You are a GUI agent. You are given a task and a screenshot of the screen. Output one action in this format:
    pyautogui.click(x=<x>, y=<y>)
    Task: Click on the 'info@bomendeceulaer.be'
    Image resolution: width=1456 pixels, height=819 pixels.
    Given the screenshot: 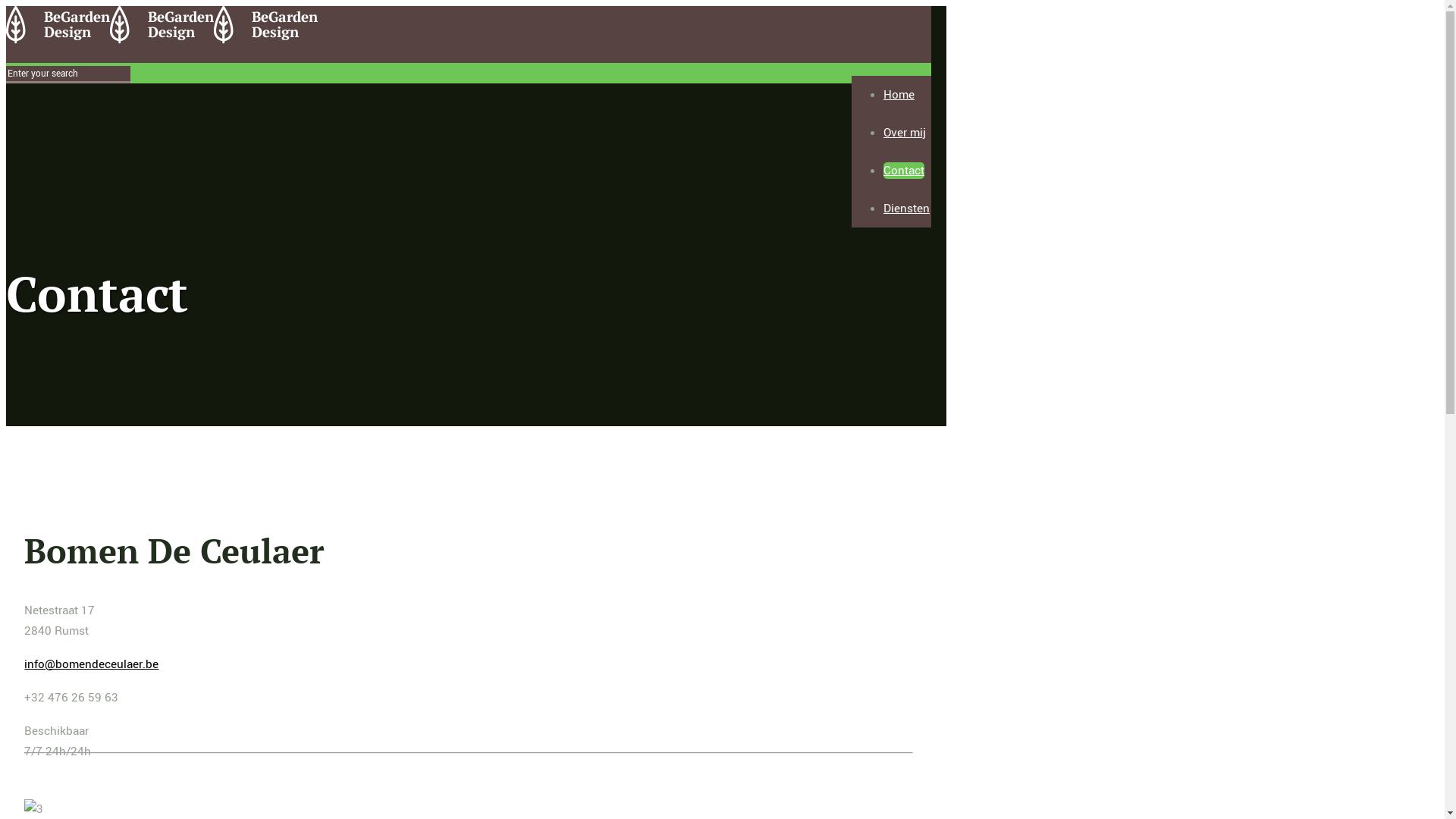 What is the action you would take?
    pyautogui.click(x=90, y=663)
    